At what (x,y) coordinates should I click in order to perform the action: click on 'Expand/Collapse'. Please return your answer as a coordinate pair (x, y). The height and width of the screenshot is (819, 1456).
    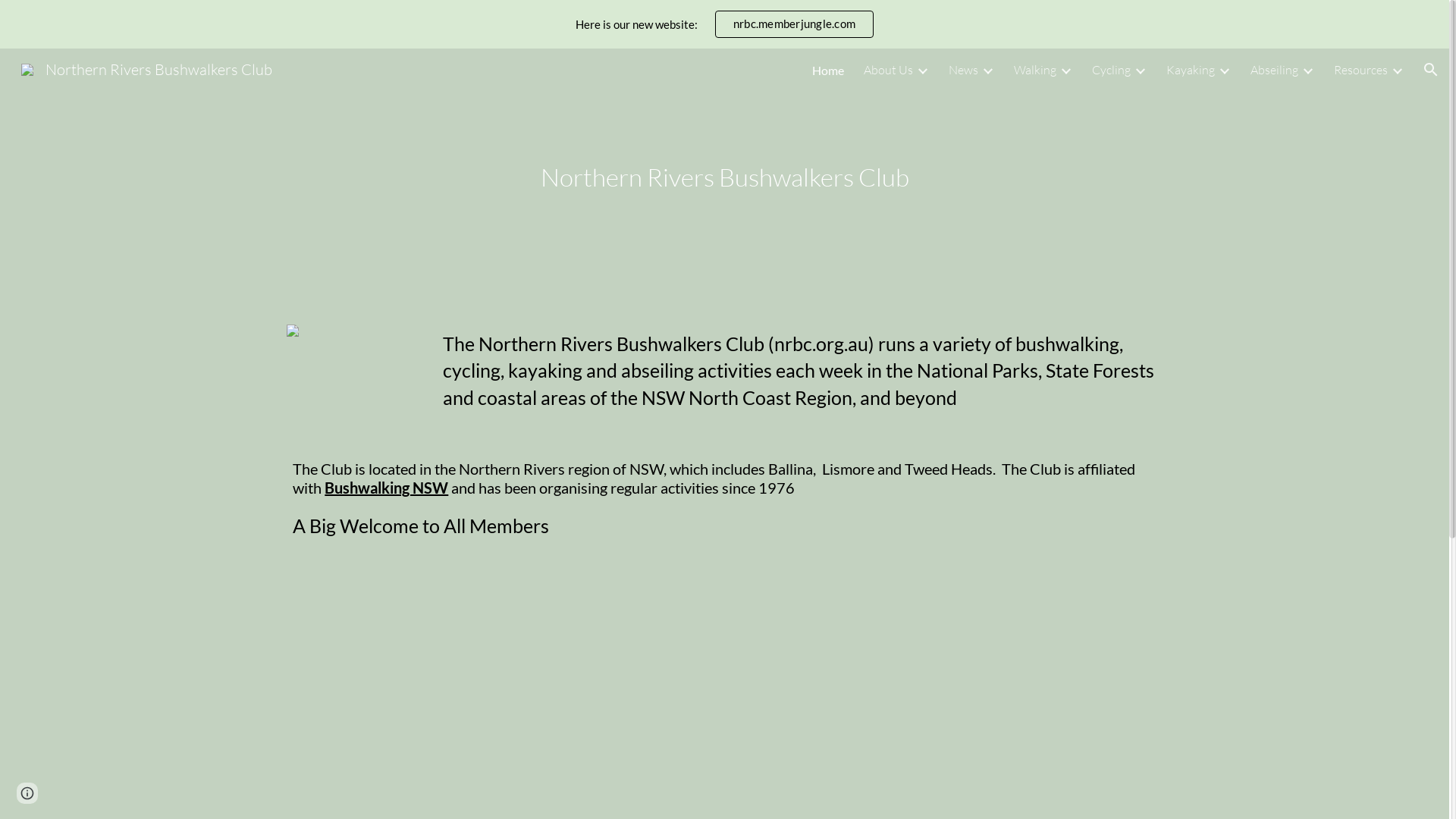
    Looking at the image, I should click on (921, 70).